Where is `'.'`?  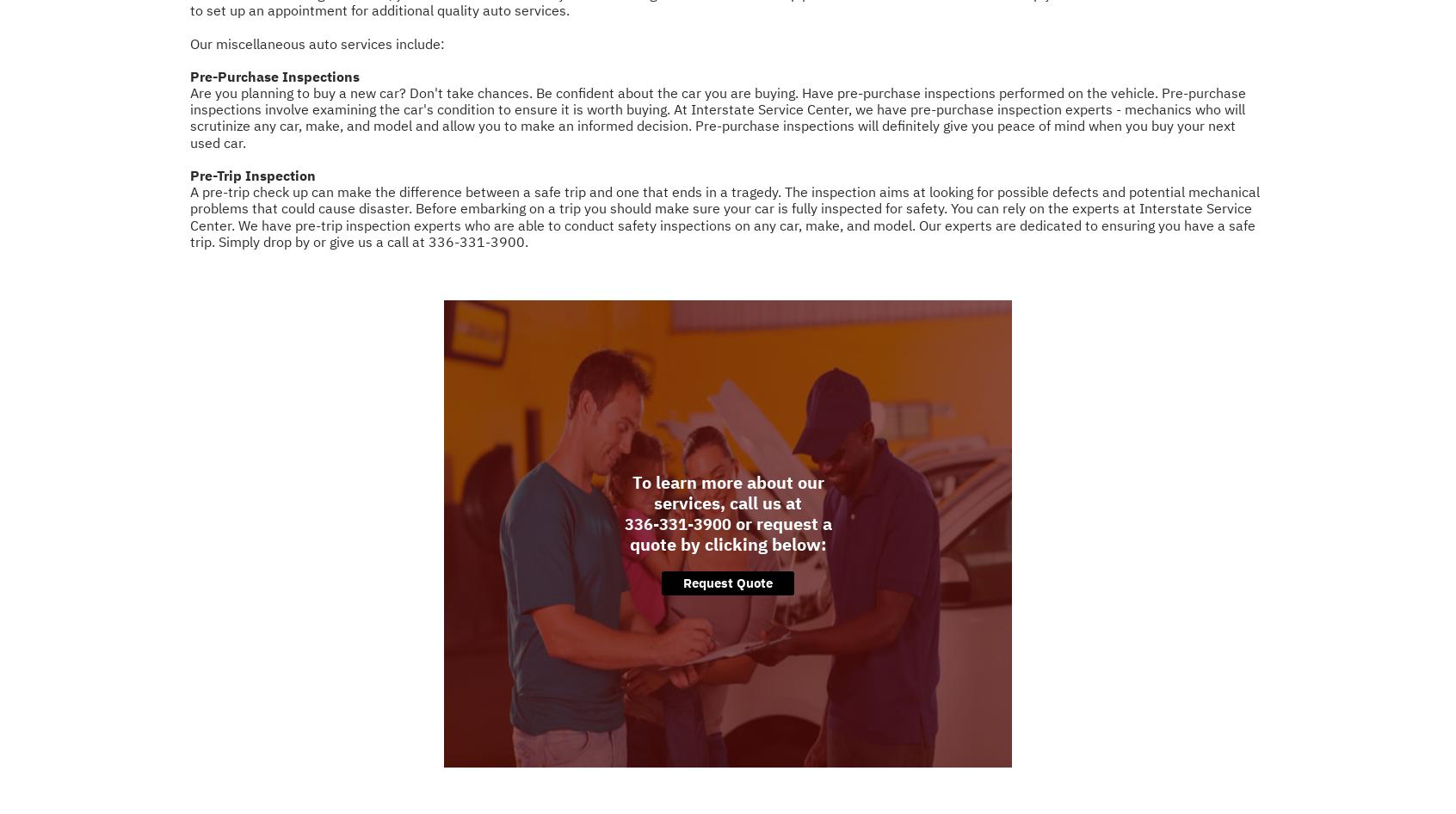 '.' is located at coordinates (525, 240).